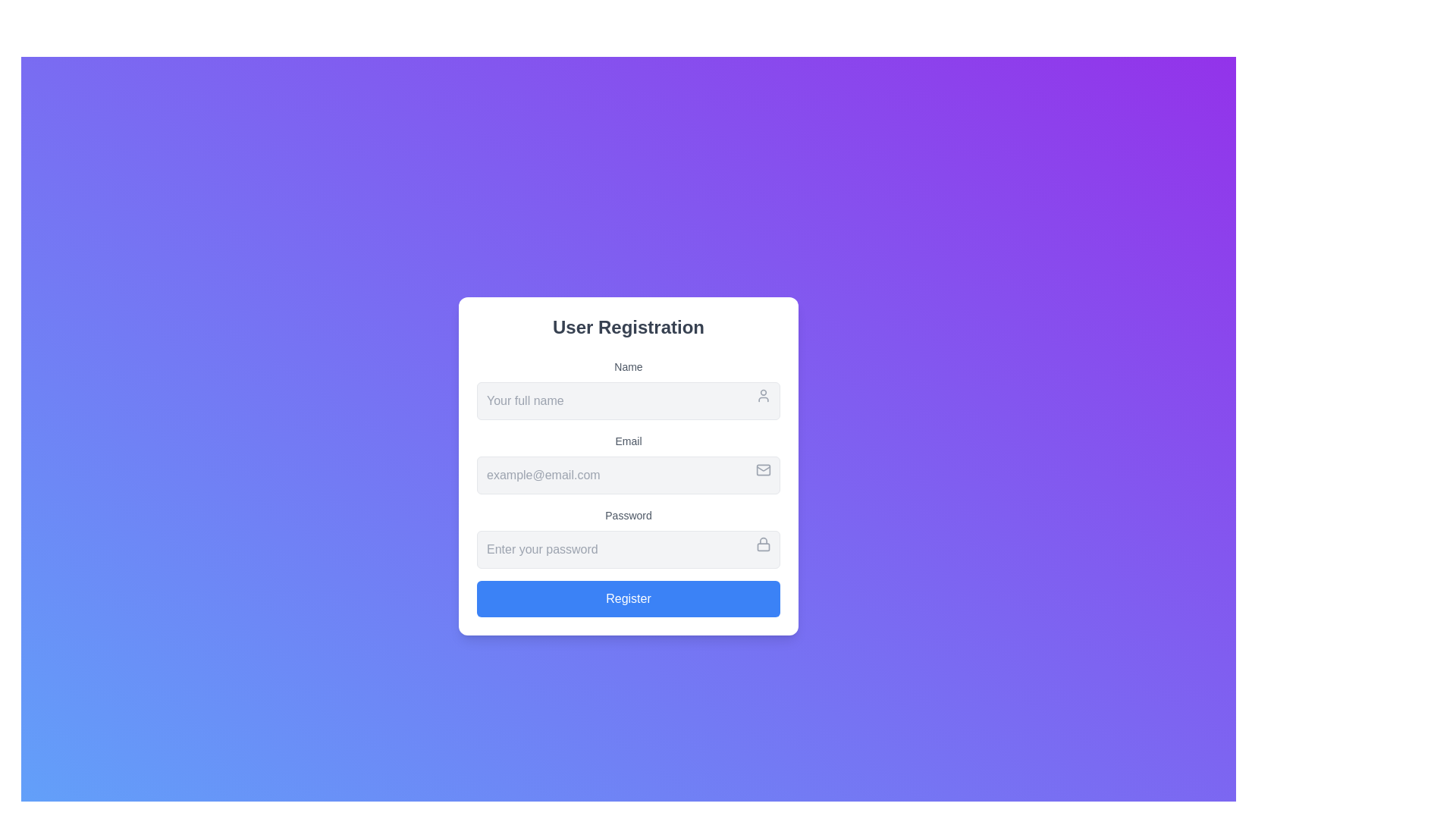  I want to click on the Email input field labeled 'Email' to focus on it, so click(629, 462).